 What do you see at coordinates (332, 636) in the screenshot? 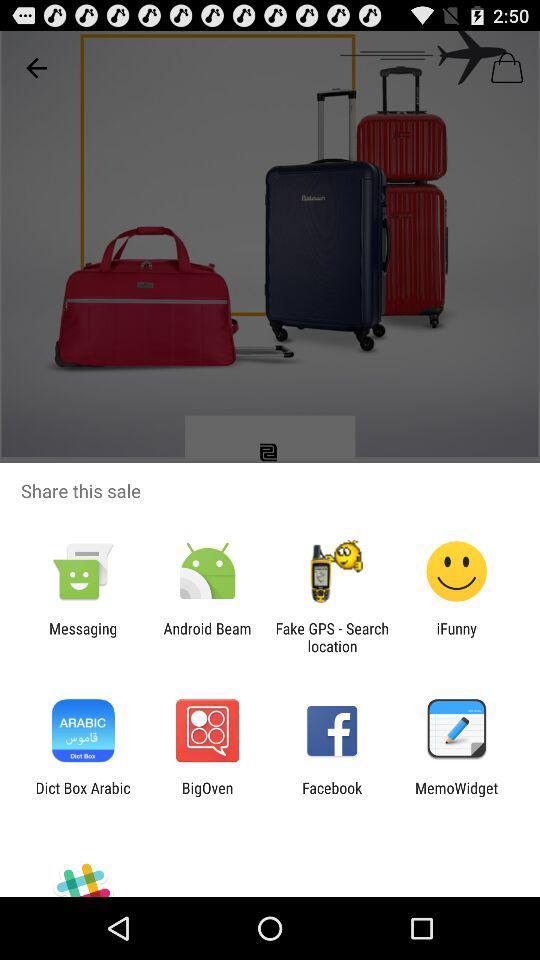
I see `item next to android beam icon` at bounding box center [332, 636].